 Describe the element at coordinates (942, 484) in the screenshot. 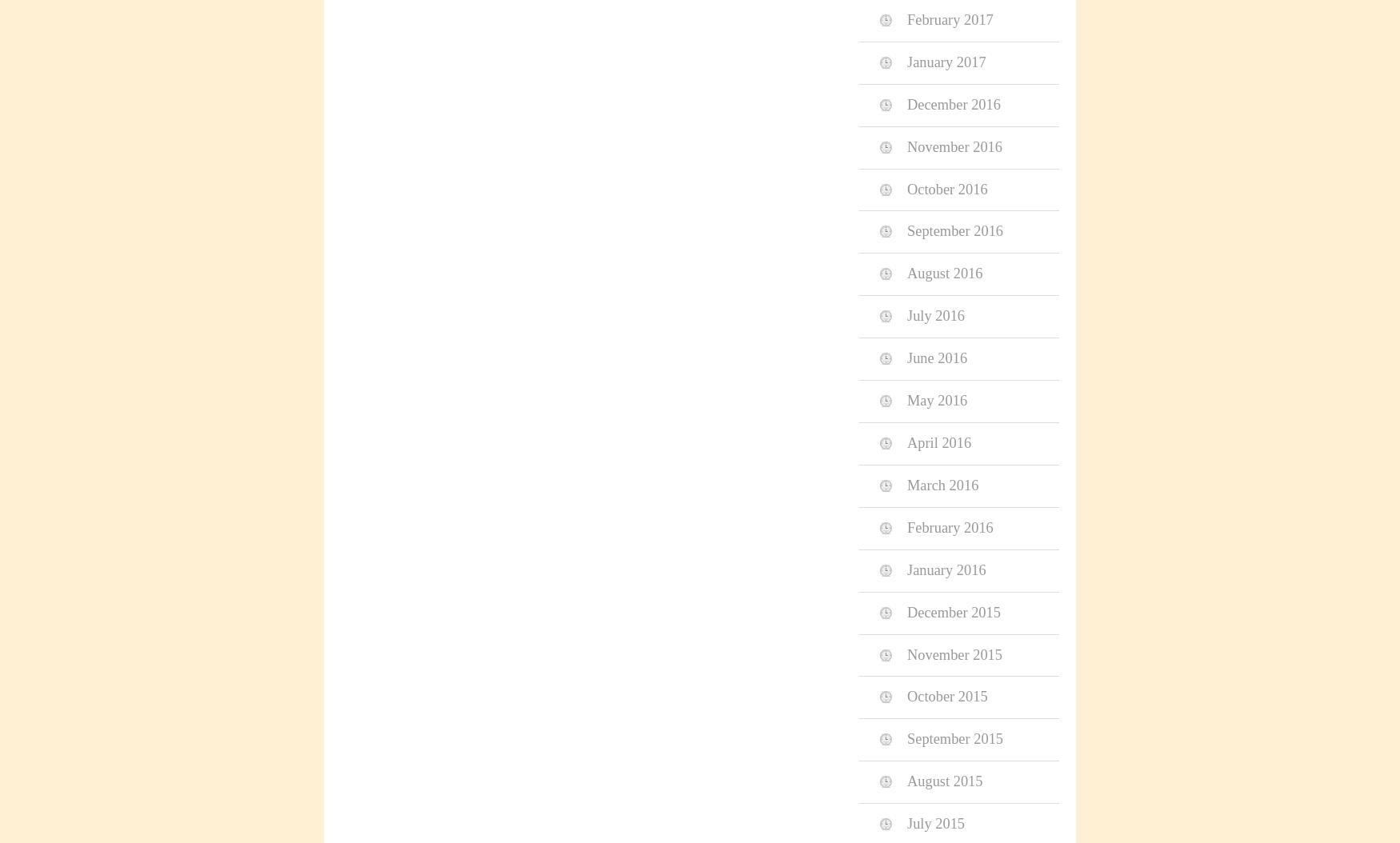

I see `'March 2016'` at that location.